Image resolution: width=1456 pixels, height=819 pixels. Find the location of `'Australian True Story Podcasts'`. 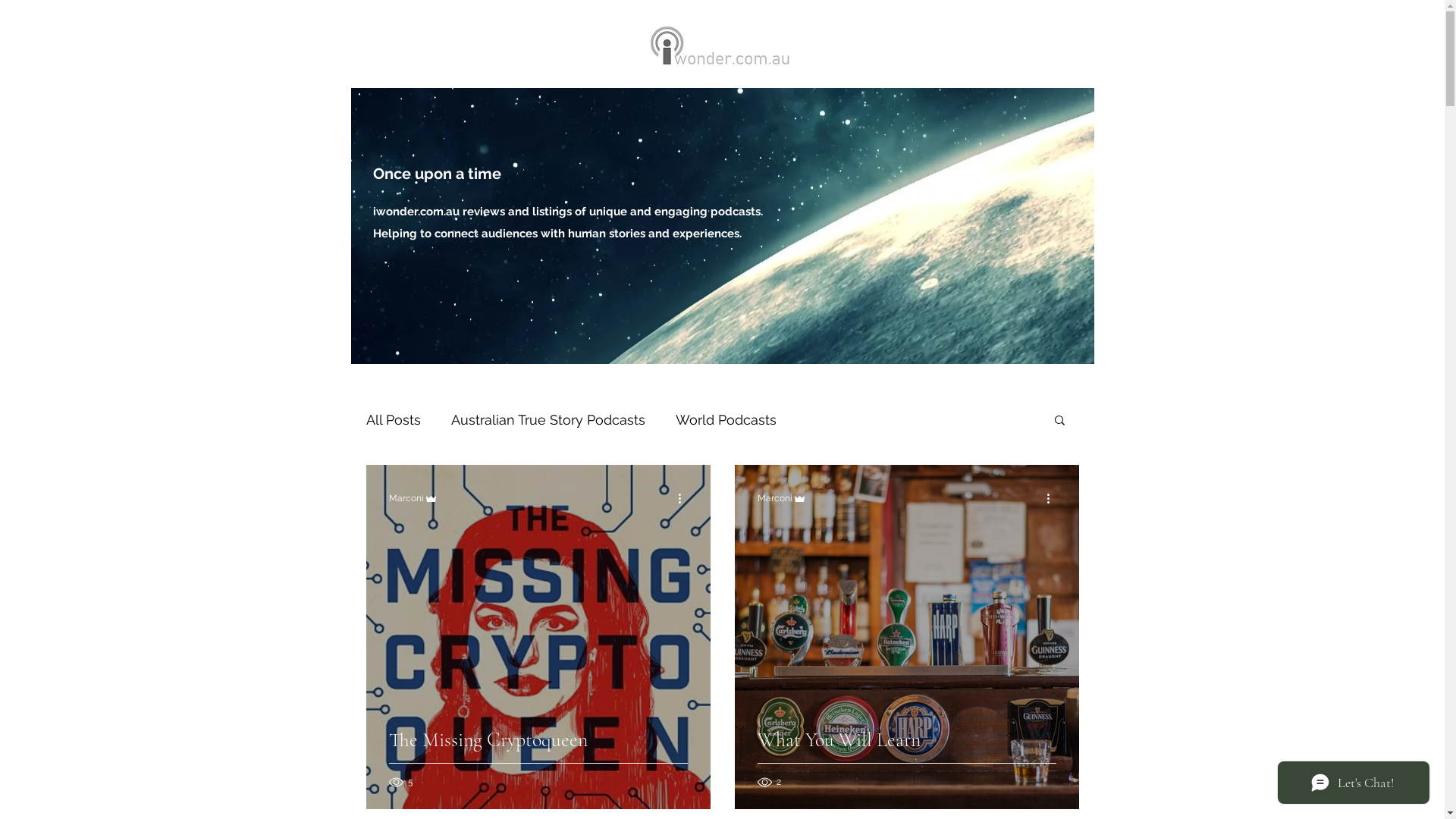

'Australian True Story Podcasts' is located at coordinates (450, 419).